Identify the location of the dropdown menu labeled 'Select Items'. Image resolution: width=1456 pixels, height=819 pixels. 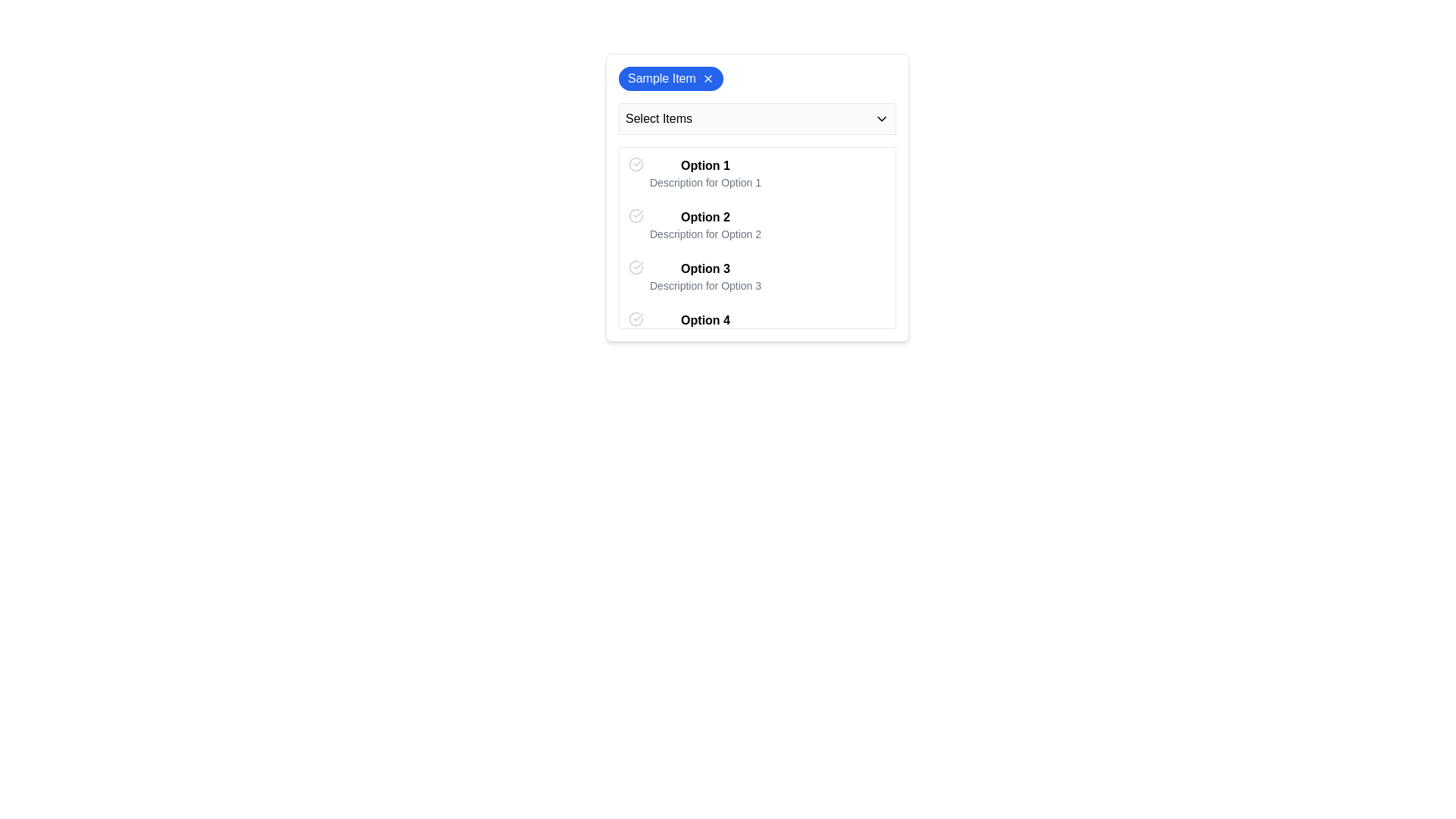
(757, 118).